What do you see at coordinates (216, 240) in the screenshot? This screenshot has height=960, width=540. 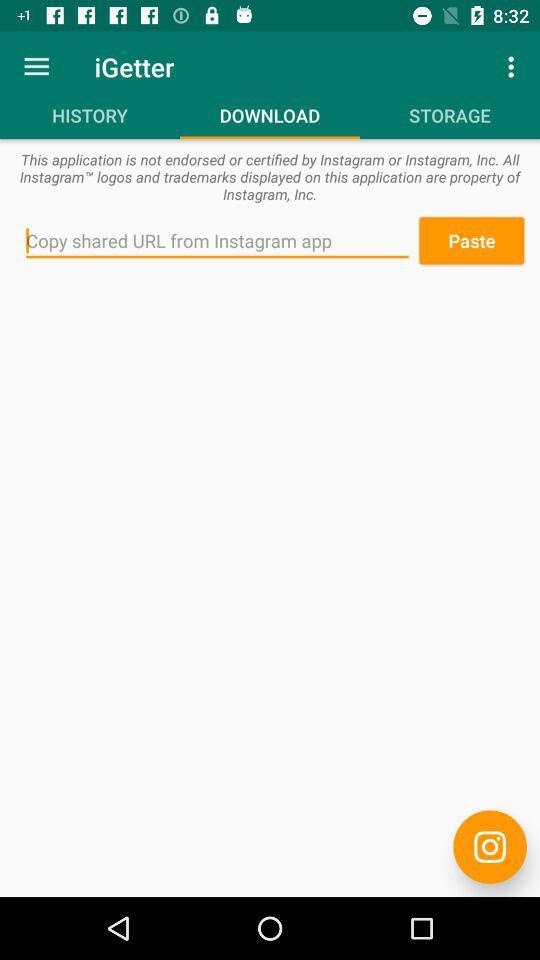 I see `paste url to screenshot and load media` at bounding box center [216, 240].